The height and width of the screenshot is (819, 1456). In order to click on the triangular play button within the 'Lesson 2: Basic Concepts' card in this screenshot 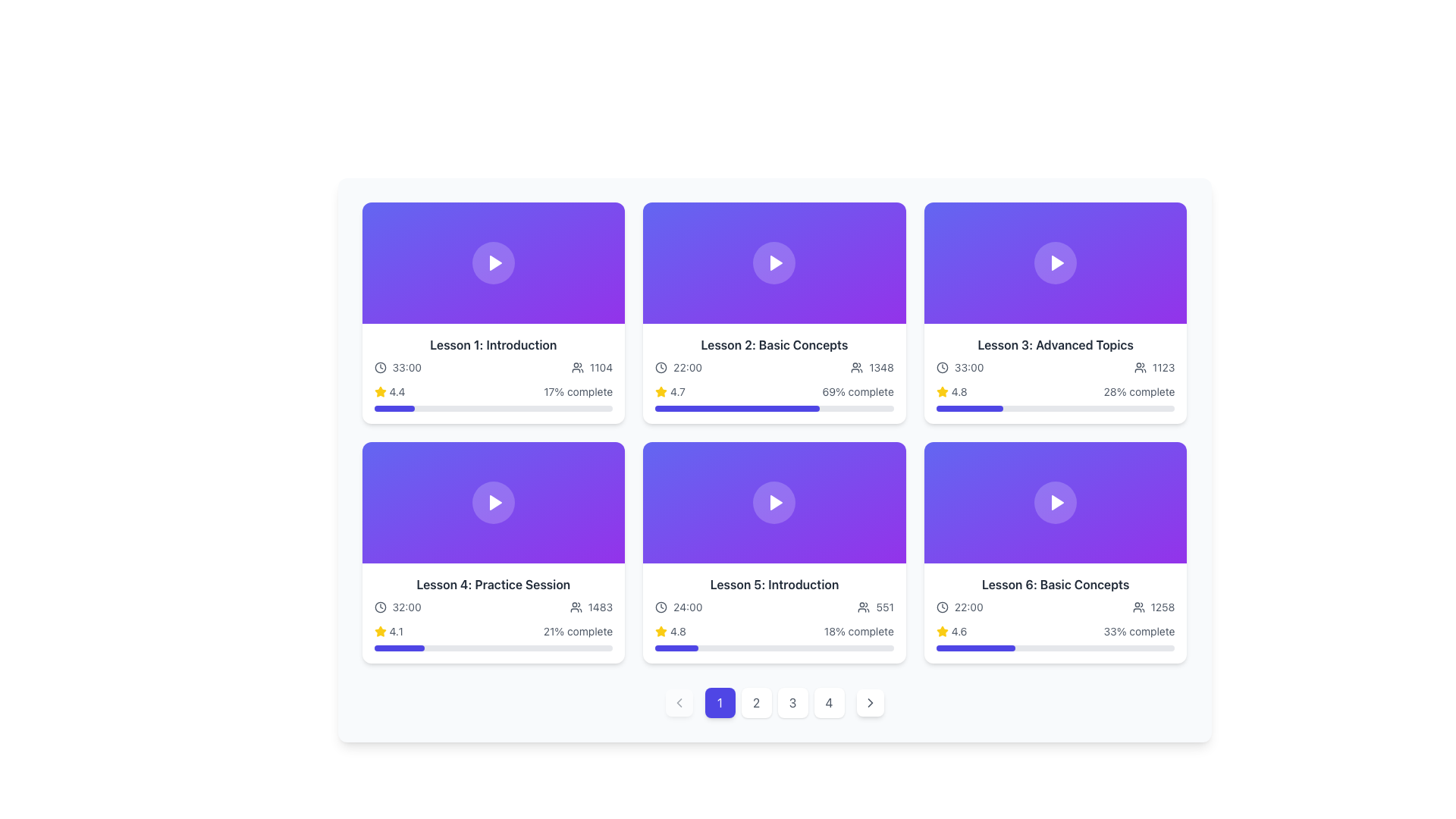, I will do `click(777, 262)`.